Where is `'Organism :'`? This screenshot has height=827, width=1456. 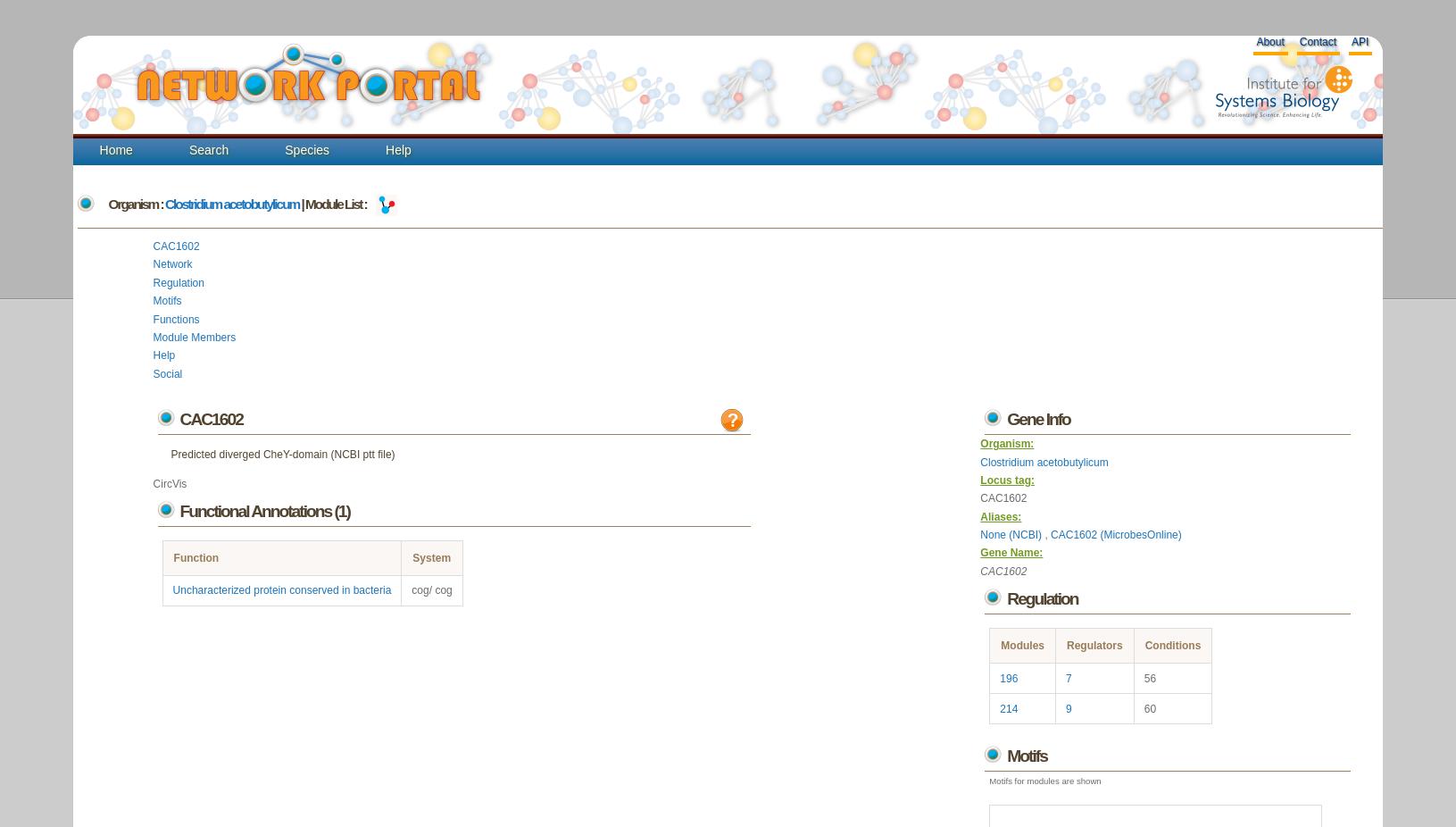 'Organism :' is located at coordinates (136, 203).